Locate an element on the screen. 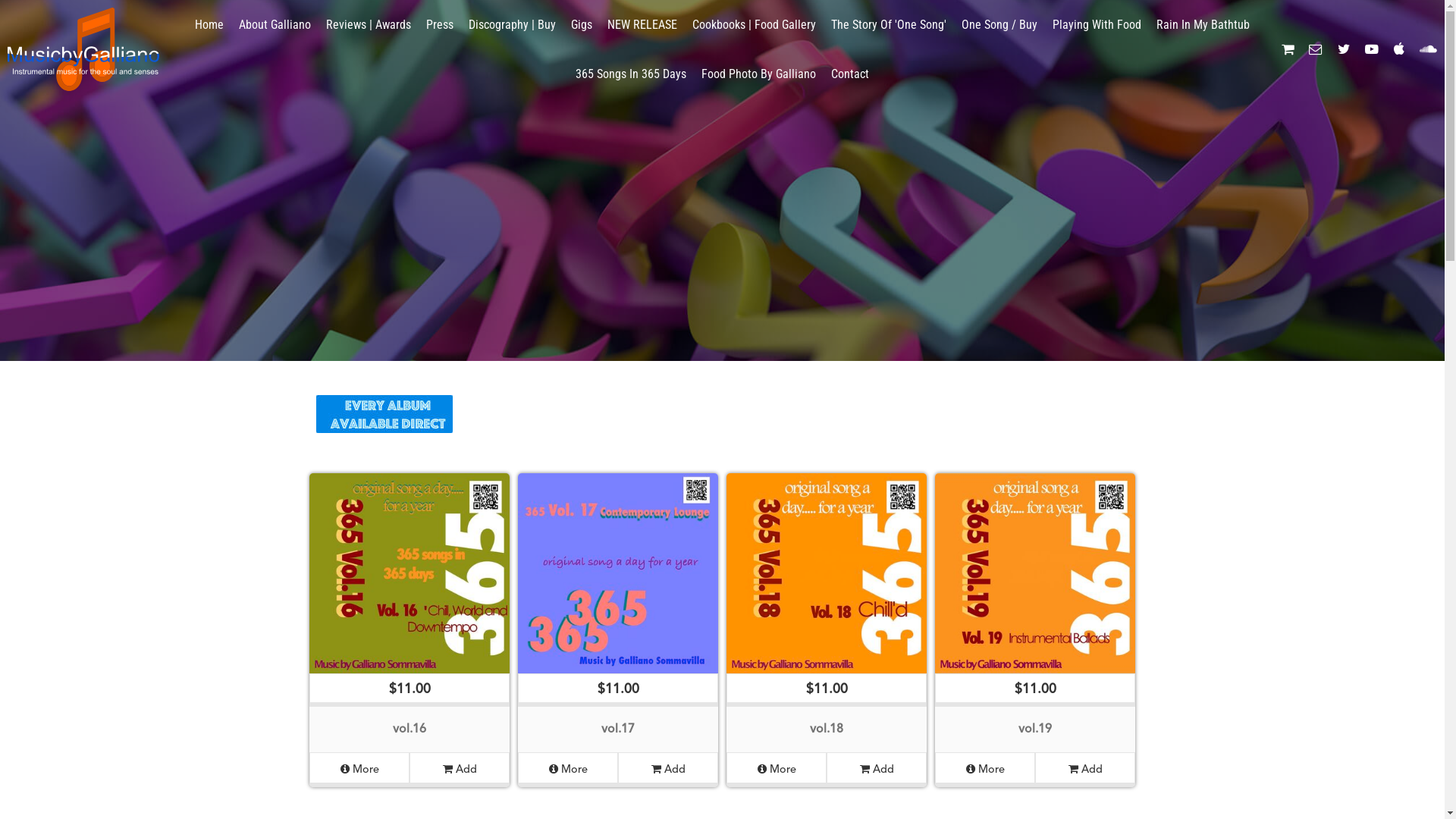 Image resolution: width=1456 pixels, height=819 pixels. '$11.00' is located at coordinates (309, 589).